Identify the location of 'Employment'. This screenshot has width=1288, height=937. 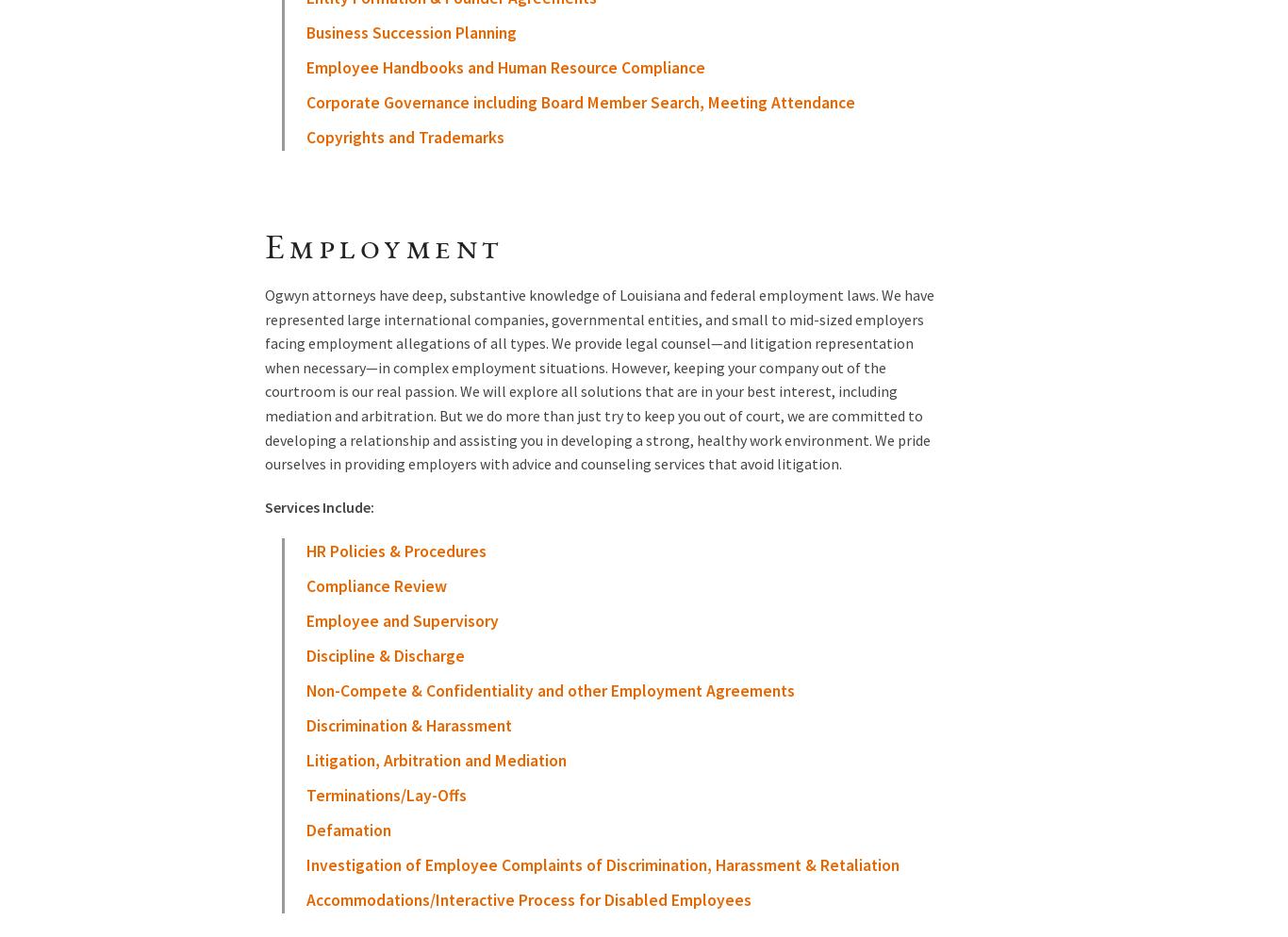
(383, 250).